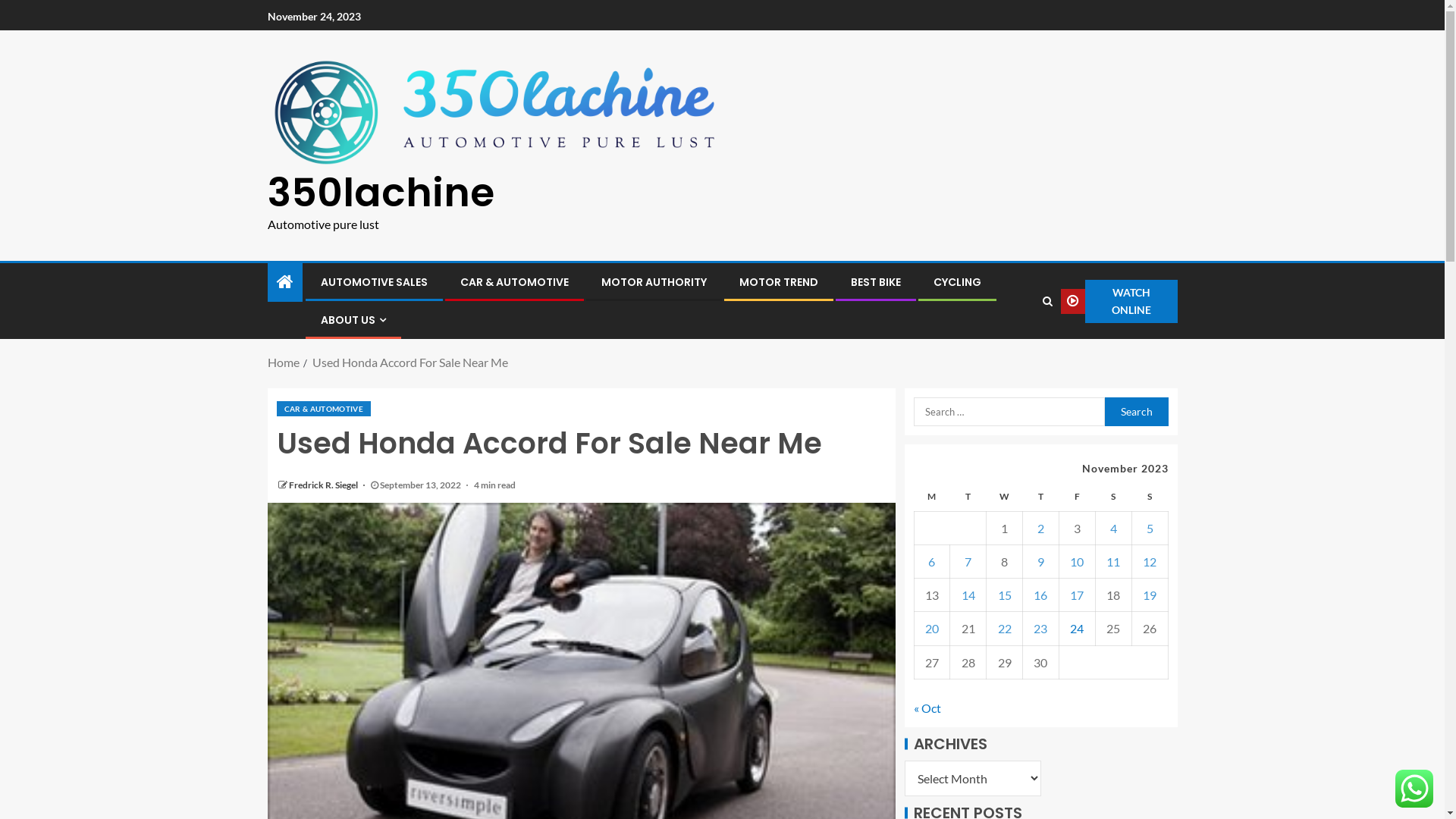  Describe the element at coordinates (930, 628) in the screenshot. I see `'20'` at that location.